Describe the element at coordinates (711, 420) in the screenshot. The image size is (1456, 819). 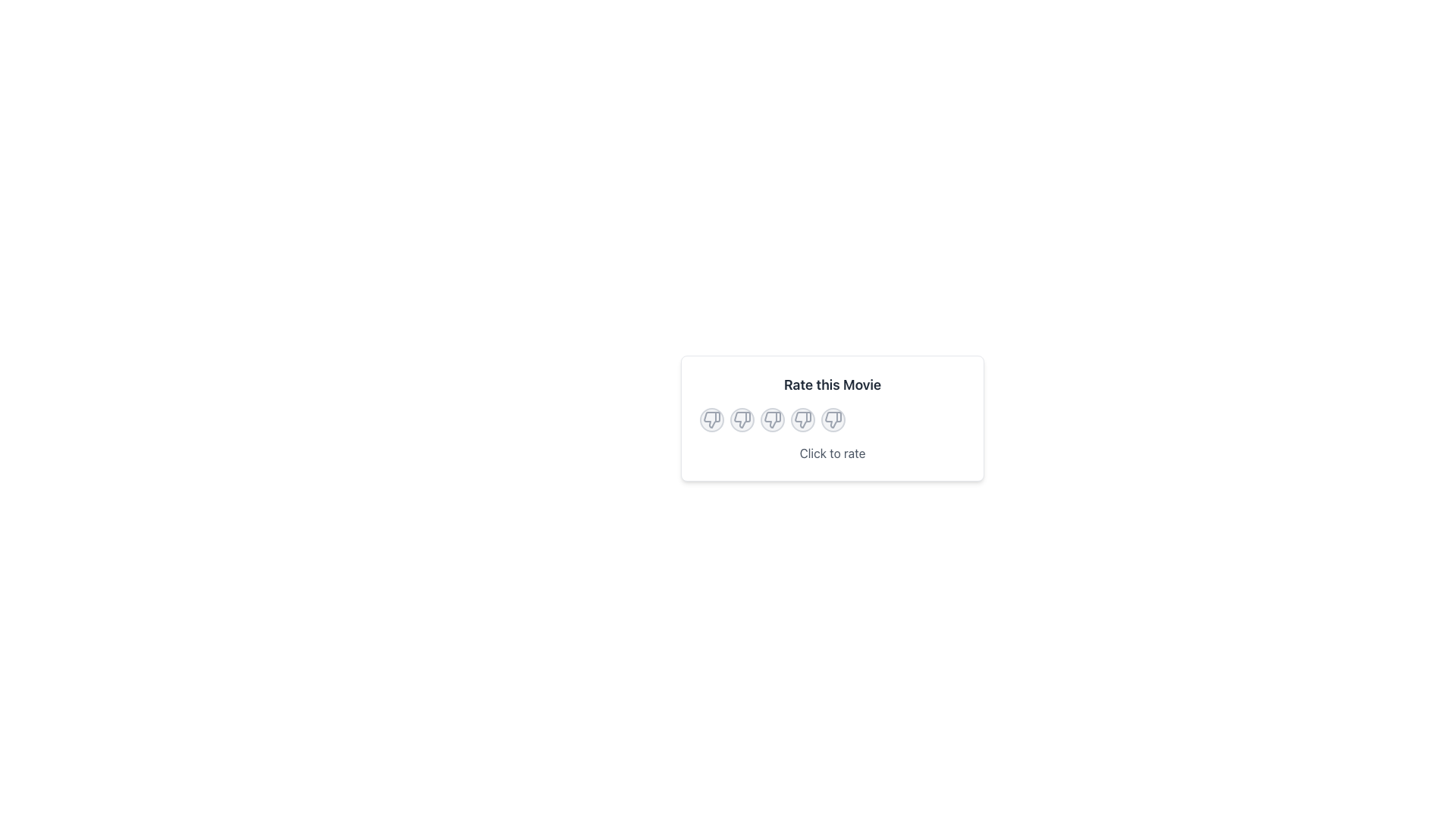
I see `the circular button with a gray border and a 'thumbs-down' icon, located below the text 'Rate this Movie'` at that location.